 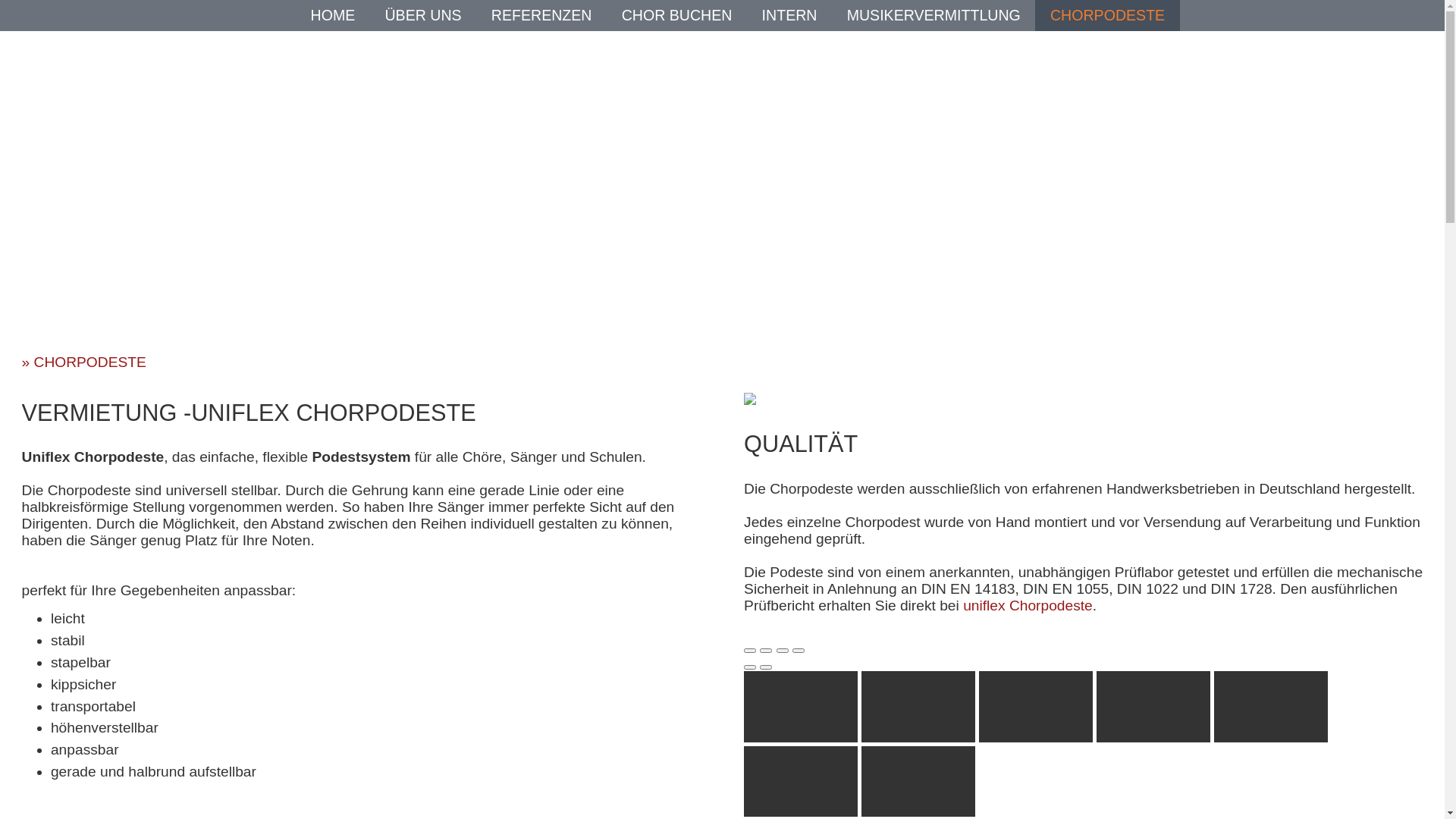 What do you see at coordinates (1028, 604) in the screenshot?
I see `'uniflex Chorpodeste'` at bounding box center [1028, 604].